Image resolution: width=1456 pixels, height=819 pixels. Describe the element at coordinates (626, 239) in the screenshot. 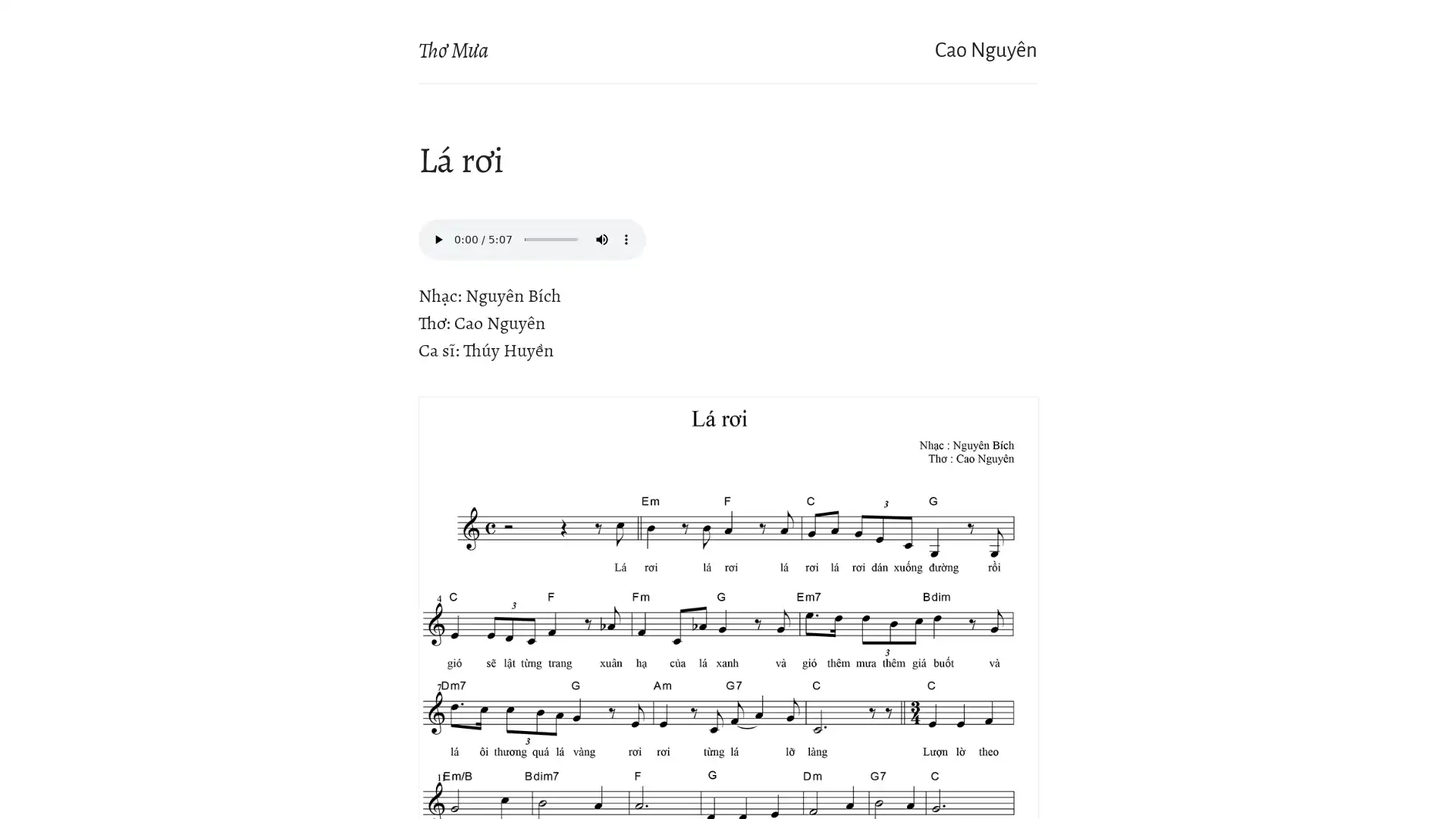

I see `show more media controls` at that location.